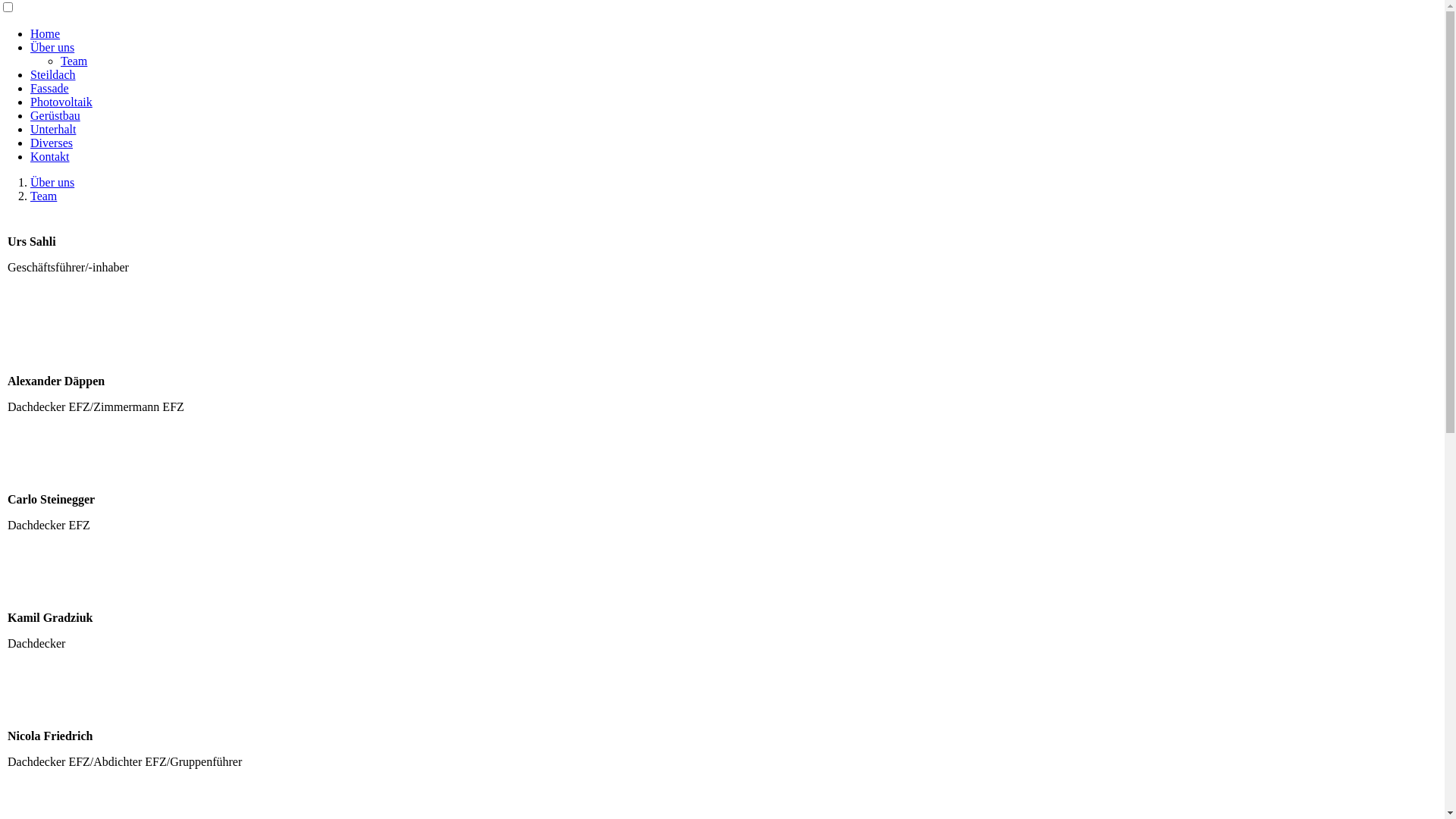  What do you see at coordinates (51, 143) in the screenshot?
I see `'Diverses'` at bounding box center [51, 143].